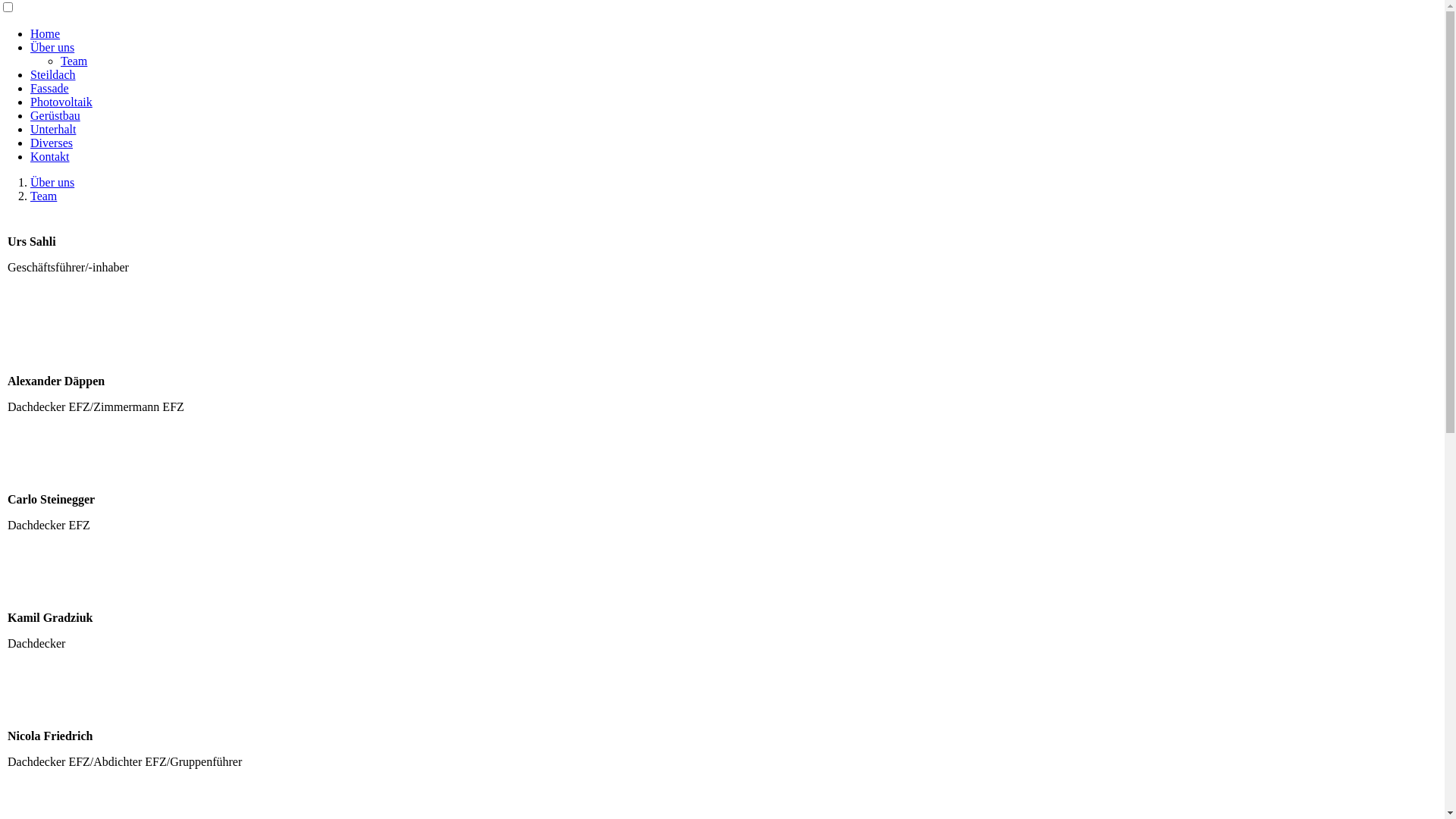  What do you see at coordinates (51, 143) in the screenshot?
I see `'Diverses'` at bounding box center [51, 143].